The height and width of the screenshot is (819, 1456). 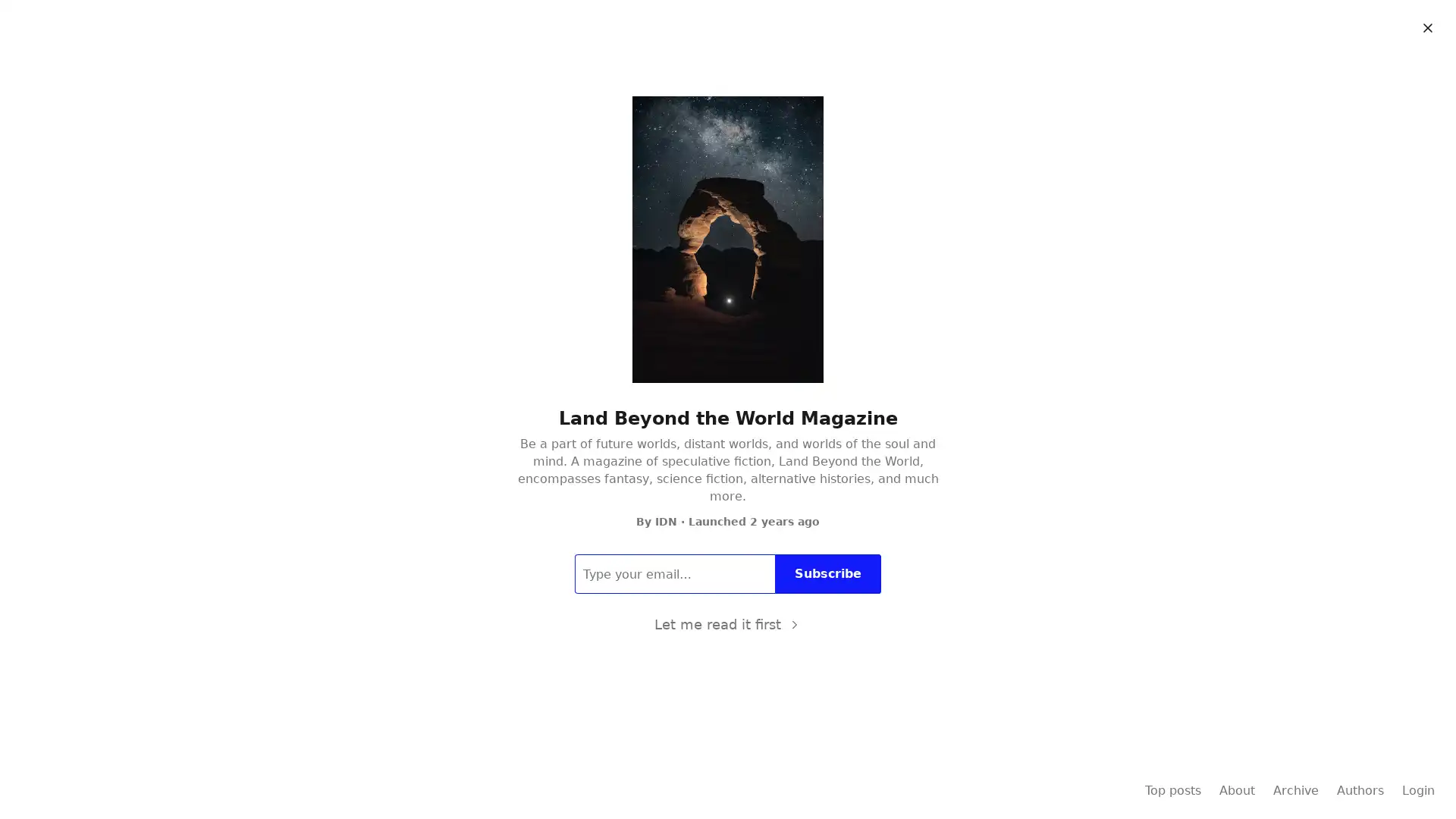 I want to click on Let me read it first, so click(x=726, y=625).